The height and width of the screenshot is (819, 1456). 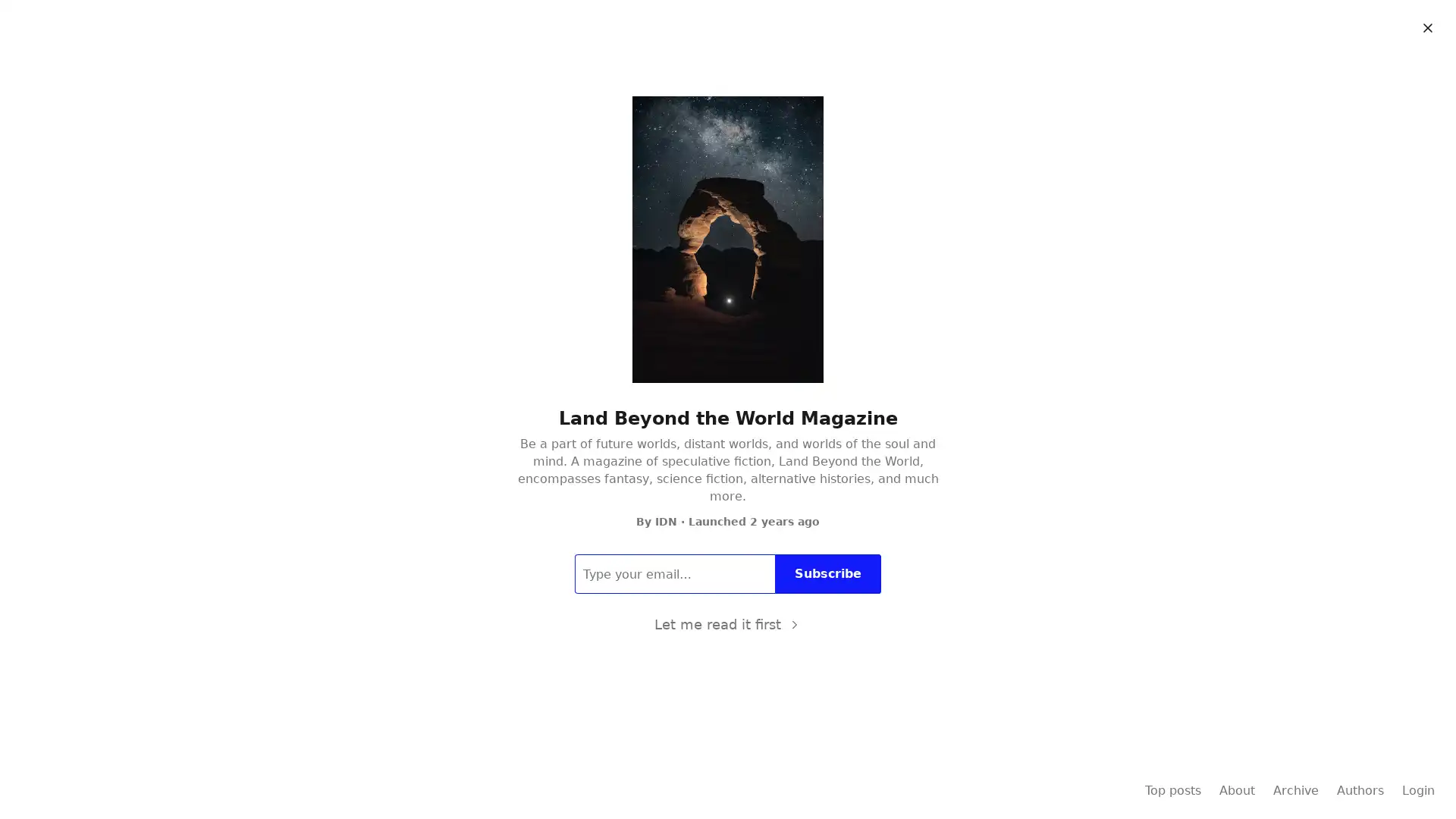 I want to click on Let me read it first, so click(x=726, y=625).